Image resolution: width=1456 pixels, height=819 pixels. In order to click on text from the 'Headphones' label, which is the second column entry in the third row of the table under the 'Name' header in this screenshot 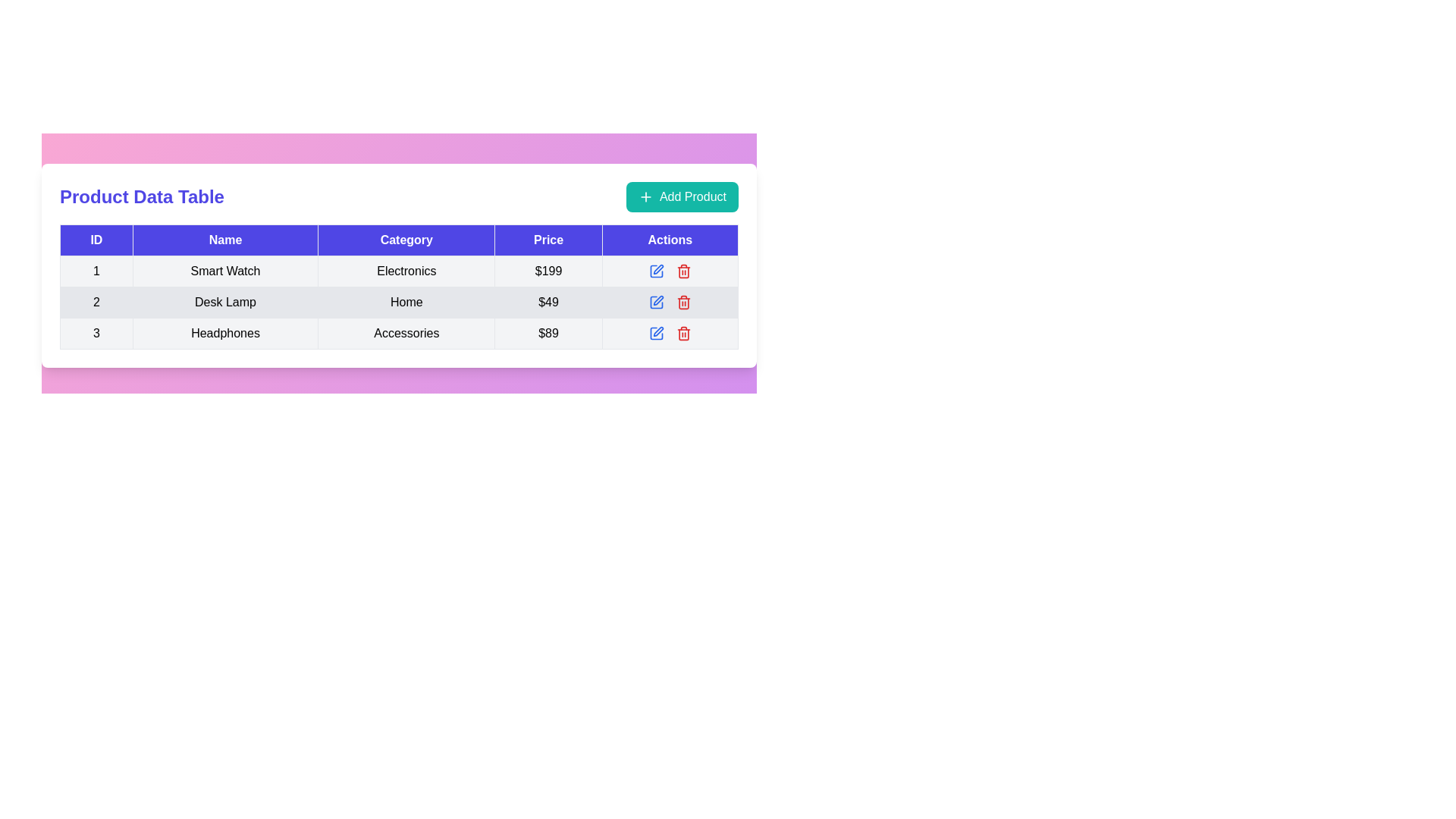, I will do `click(224, 332)`.